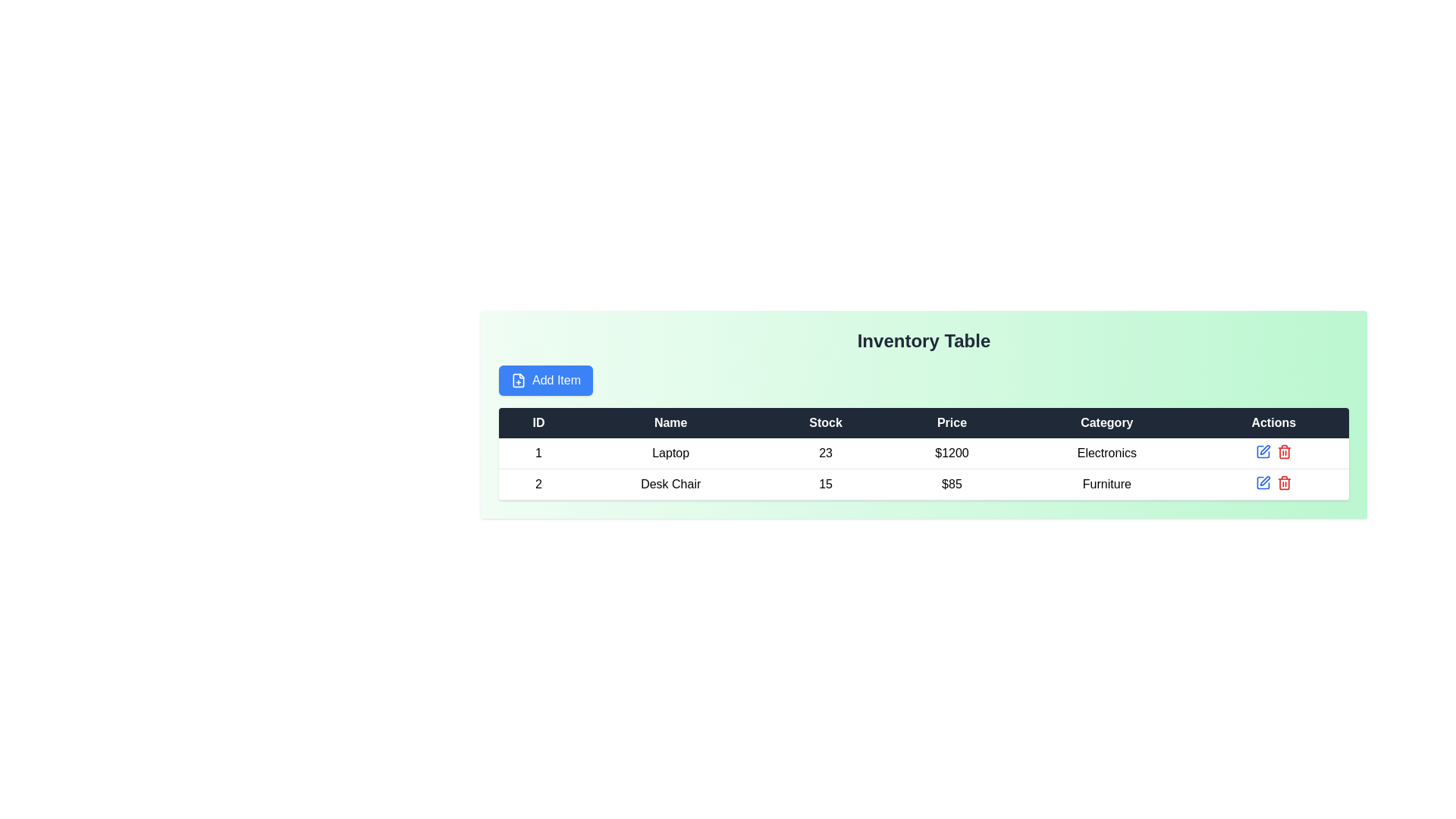 The height and width of the screenshot is (819, 1456). I want to click on the table header cell labeled 'Category', which has a dark background and white text, indicating the 'Category' column, so click(1106, 423).